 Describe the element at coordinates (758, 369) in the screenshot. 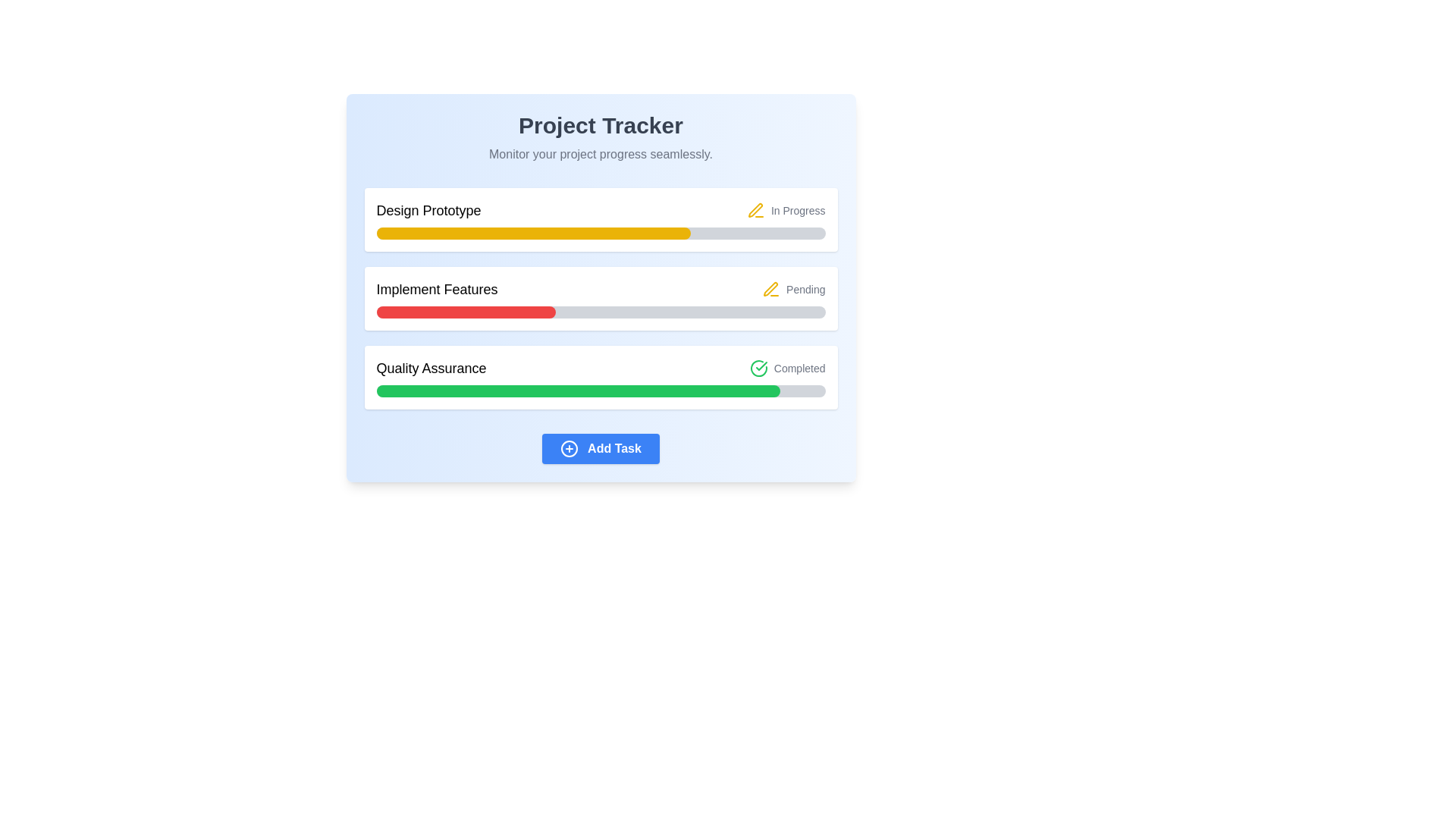

I see `the green checkmark icon inside a circle, which represents a completion action and is located to the left of the 'Completed' label in the 'Quality Assurance' task section` at that location.